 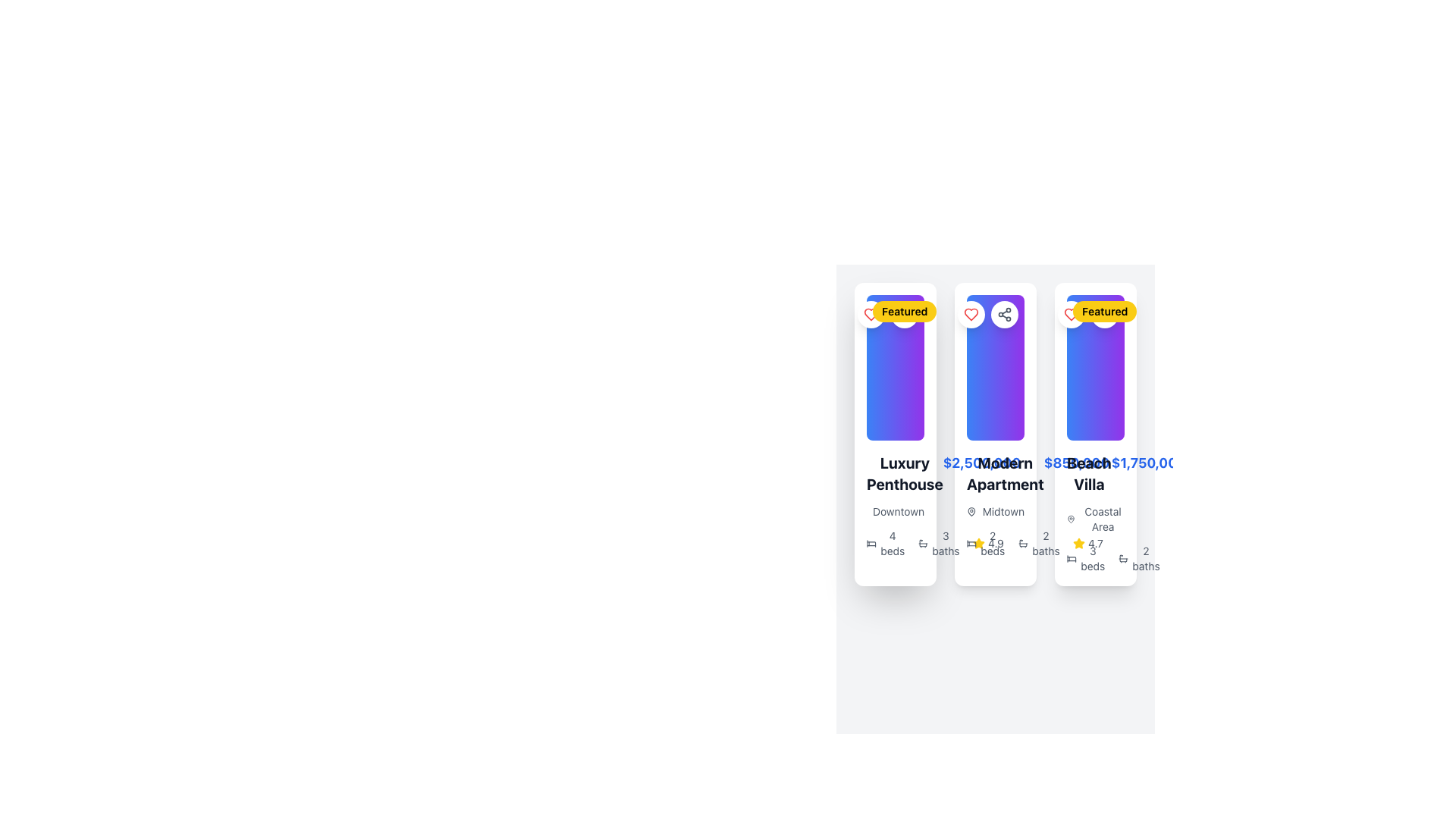 What do you see at coordinates (905, 311) in the screenshot?
I see `the 'Featured' badge, a visually prominent label with bold black text on a bright yellow rounded rectangle, located at the top-left corner of the 'Luxury Penthouse' card` at bounding box center [905, 311].